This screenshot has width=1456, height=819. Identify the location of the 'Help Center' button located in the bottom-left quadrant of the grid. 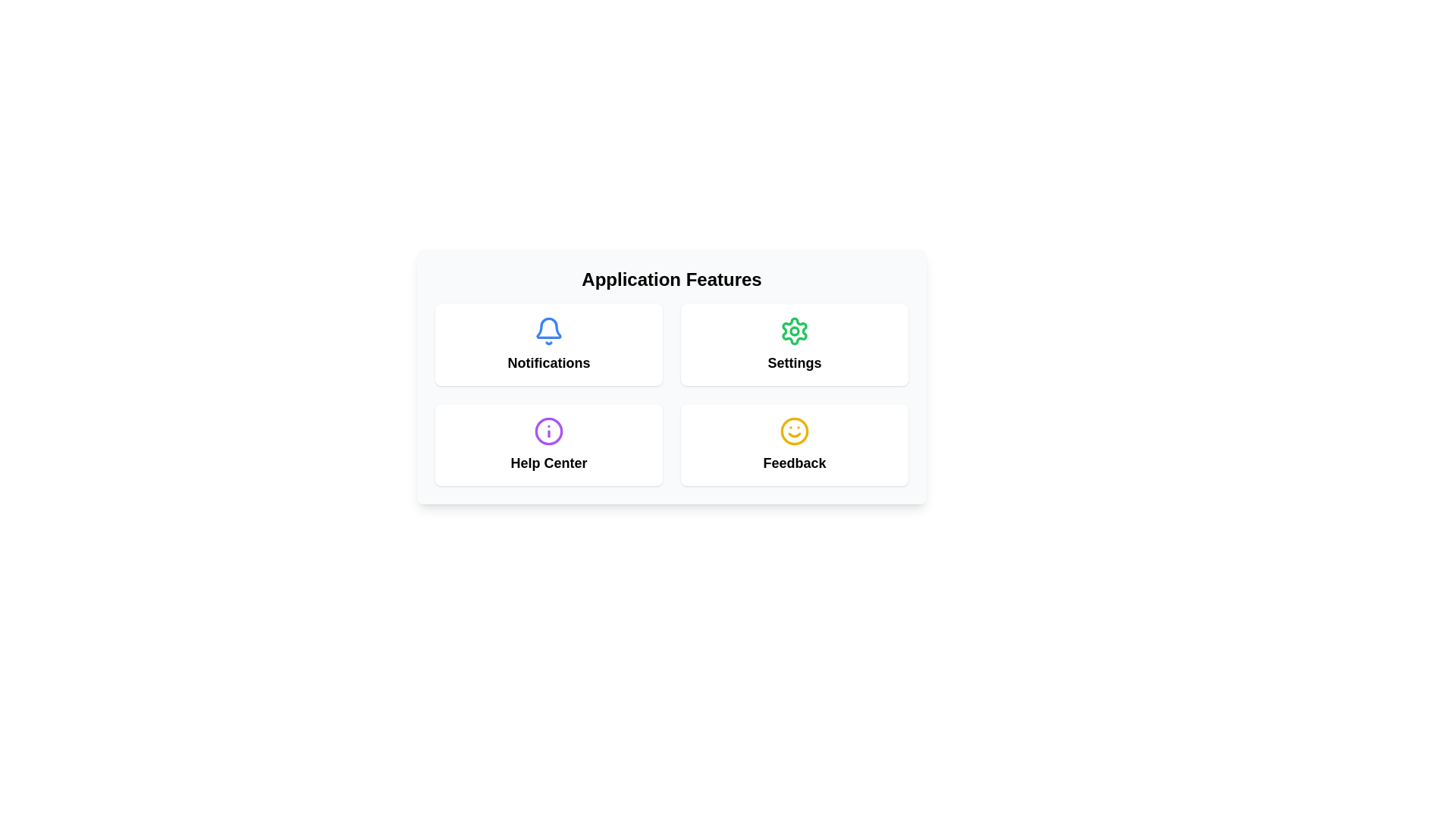
(548, 444).